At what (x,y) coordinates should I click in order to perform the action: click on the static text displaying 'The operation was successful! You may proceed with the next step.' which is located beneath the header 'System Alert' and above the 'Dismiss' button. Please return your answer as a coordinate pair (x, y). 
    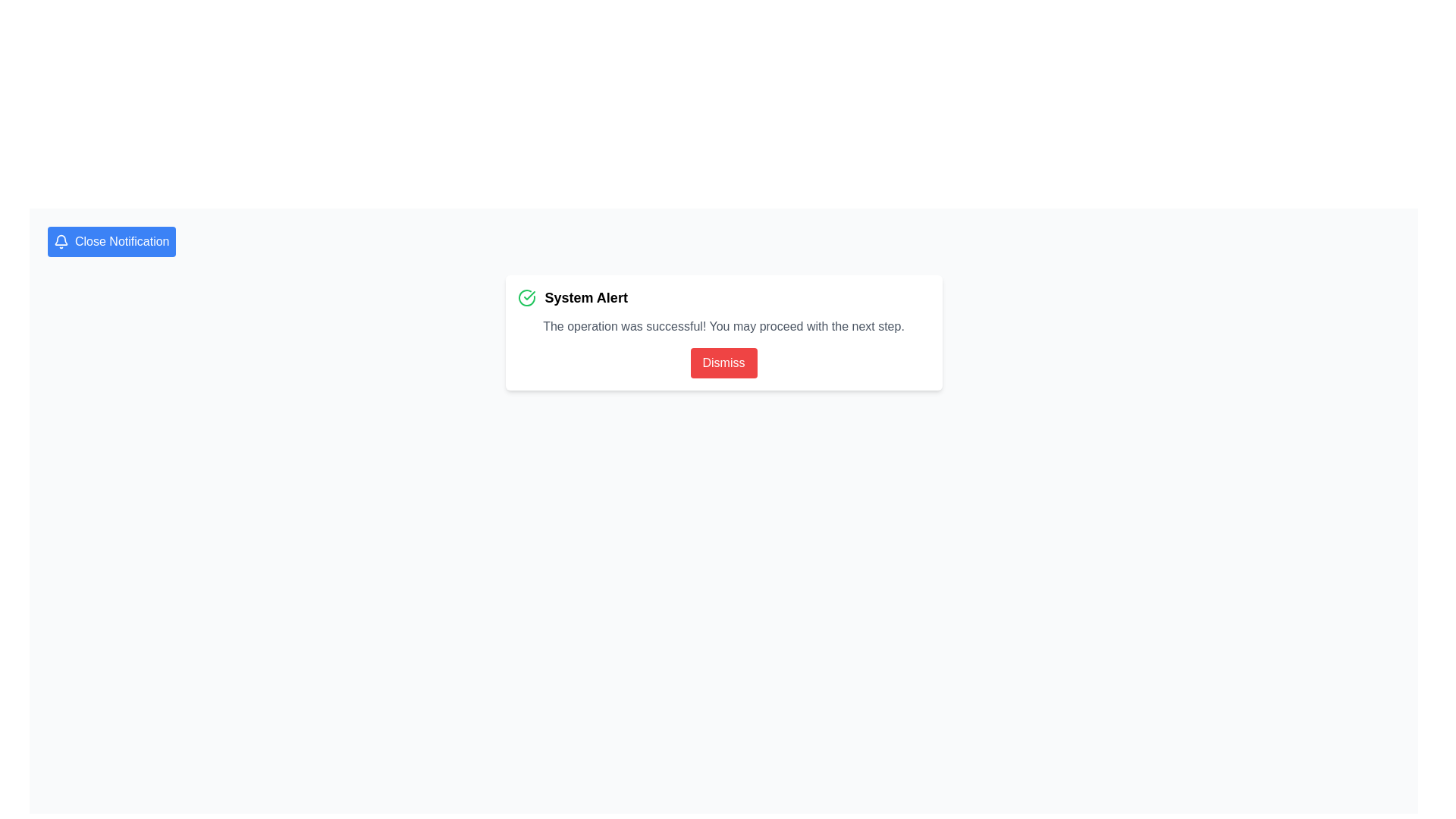
    Looking at the image, I should click on (723, 326).